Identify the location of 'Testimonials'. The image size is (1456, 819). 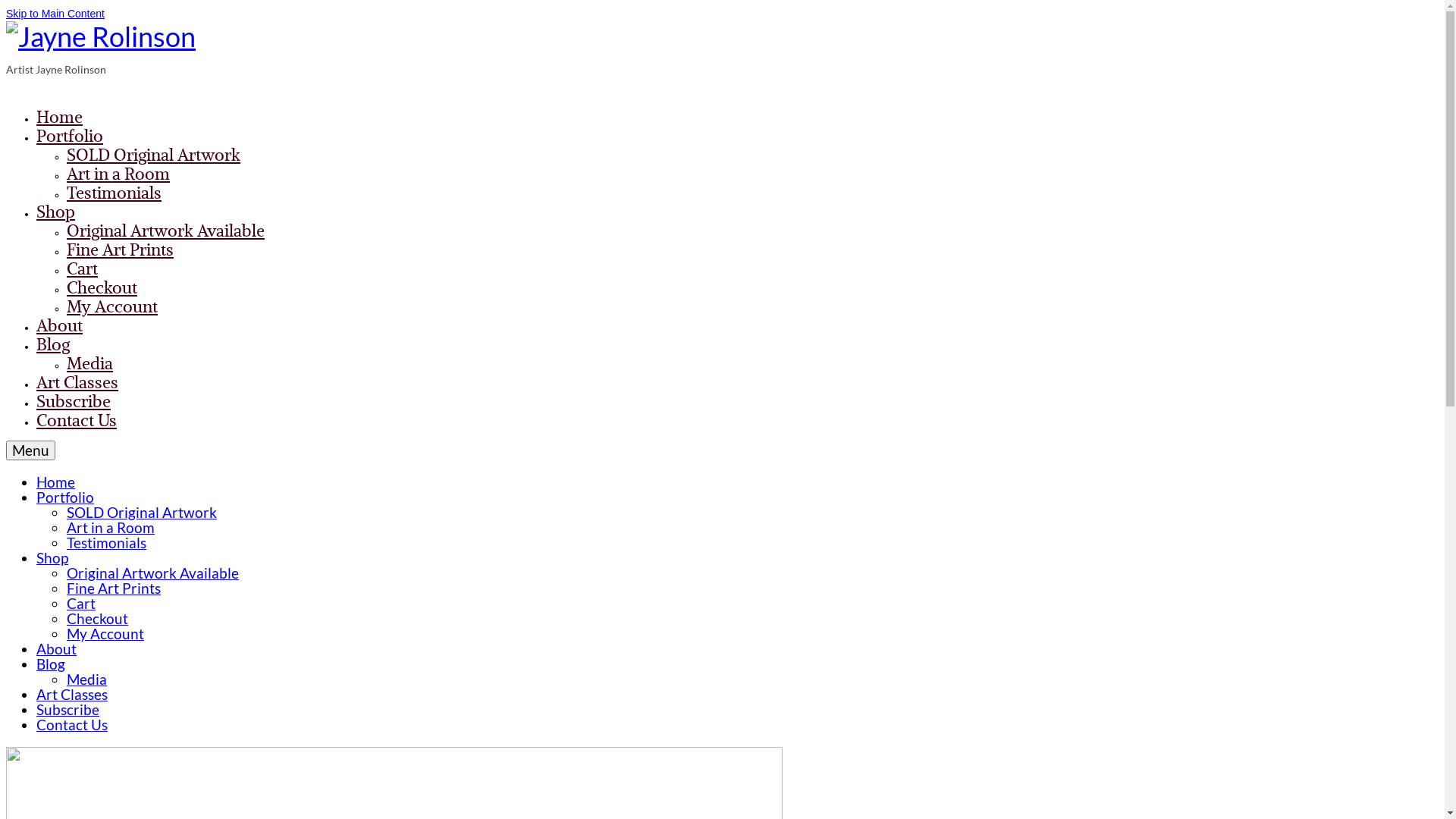
(105, 541).